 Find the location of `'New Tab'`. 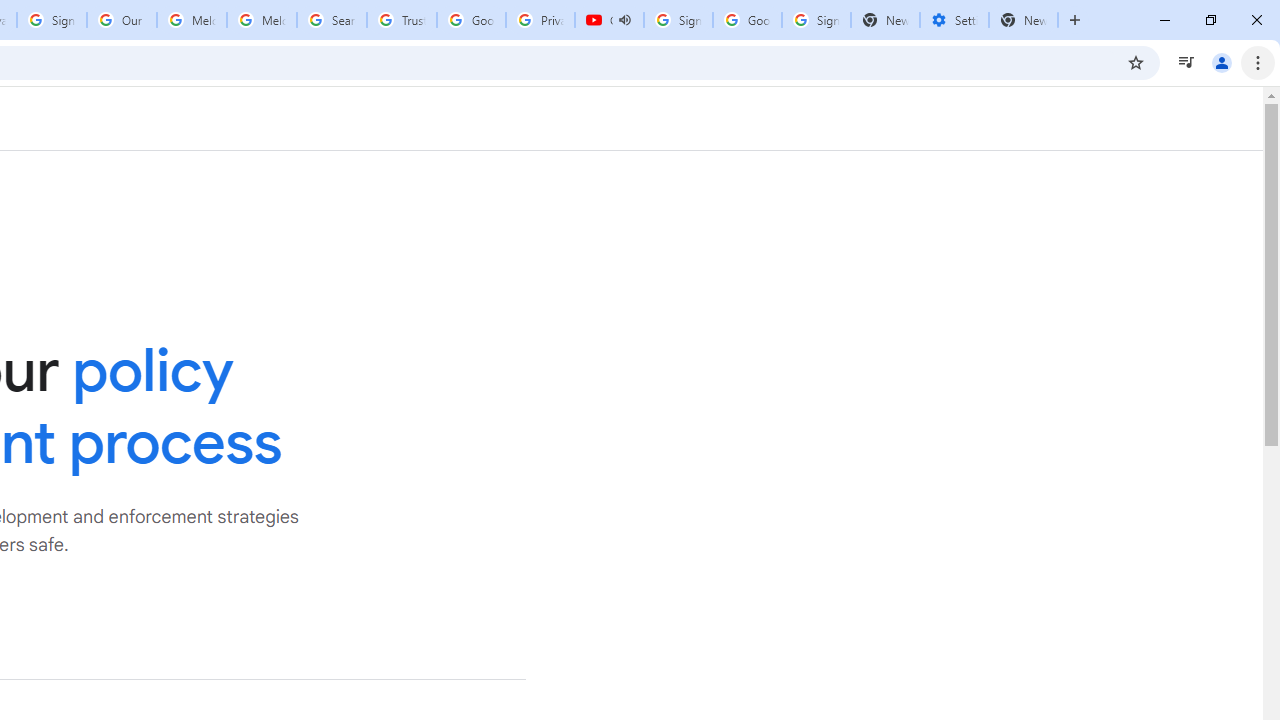

'New Tab' is located at coordinates (1024, 20).